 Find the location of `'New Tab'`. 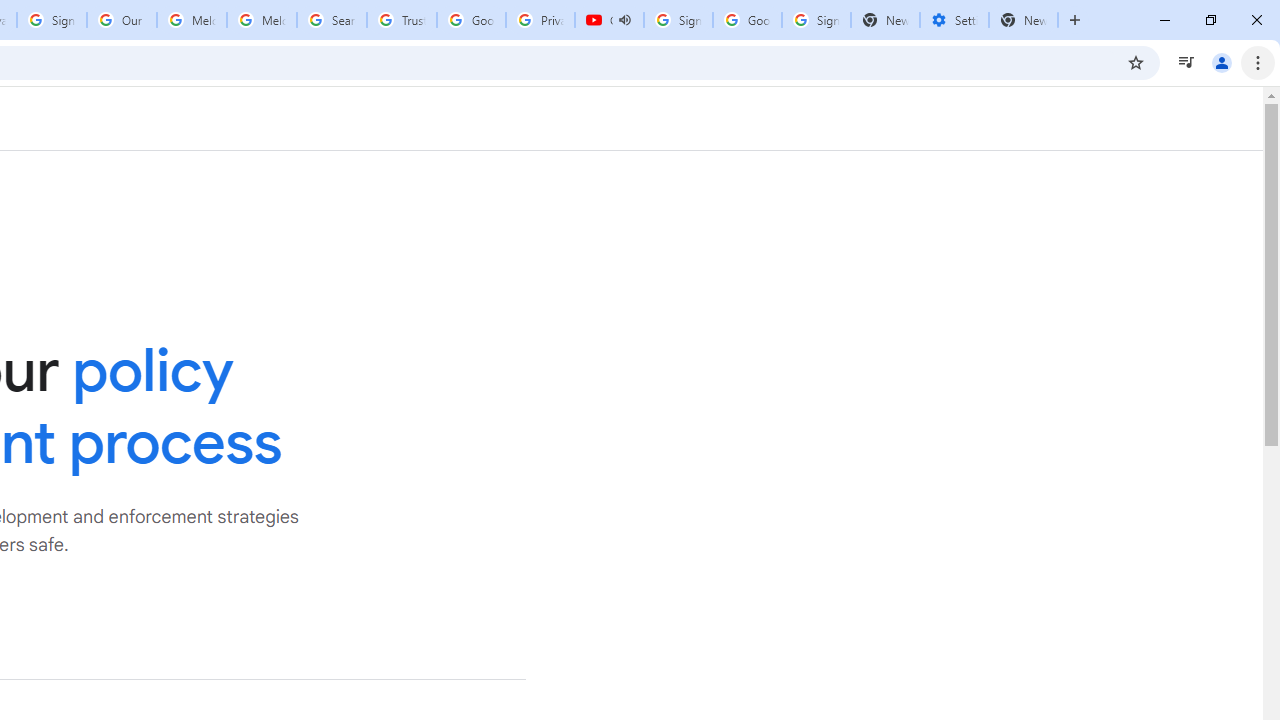

'New Tab' is located at coordinates (1024, 20).